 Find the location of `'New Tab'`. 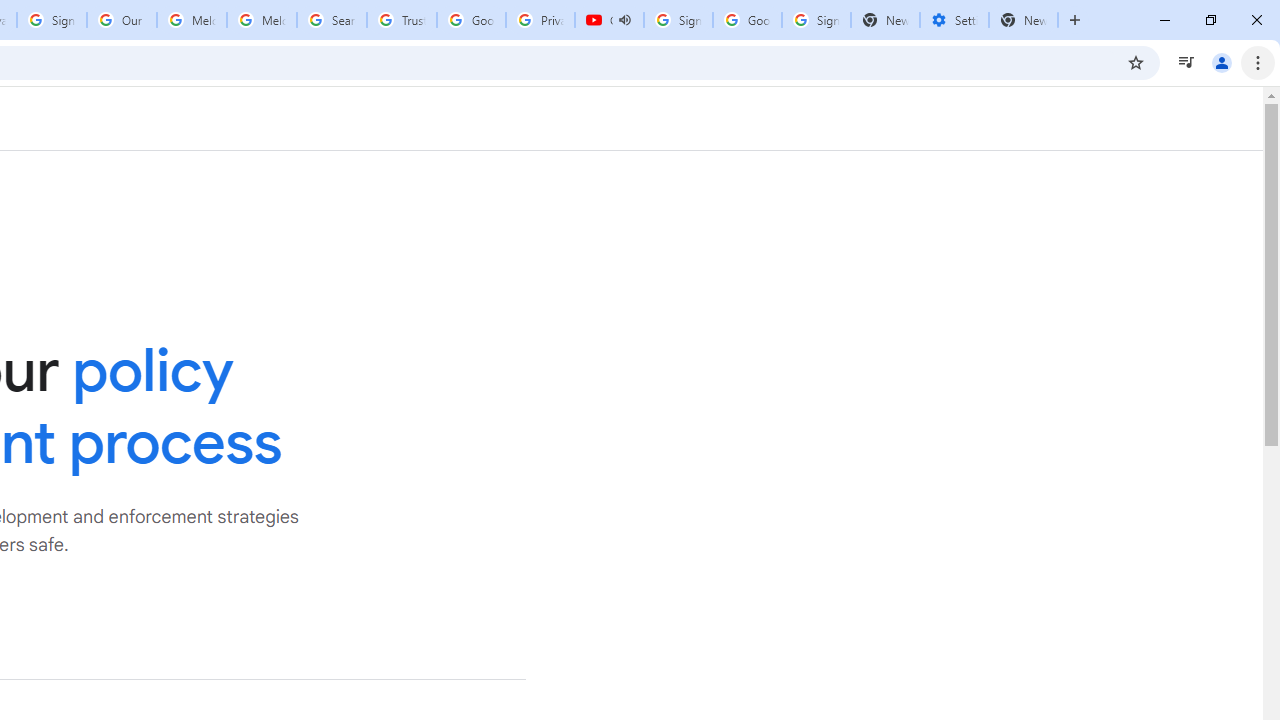

'New Tab' is located at coordinates (1024, 20).